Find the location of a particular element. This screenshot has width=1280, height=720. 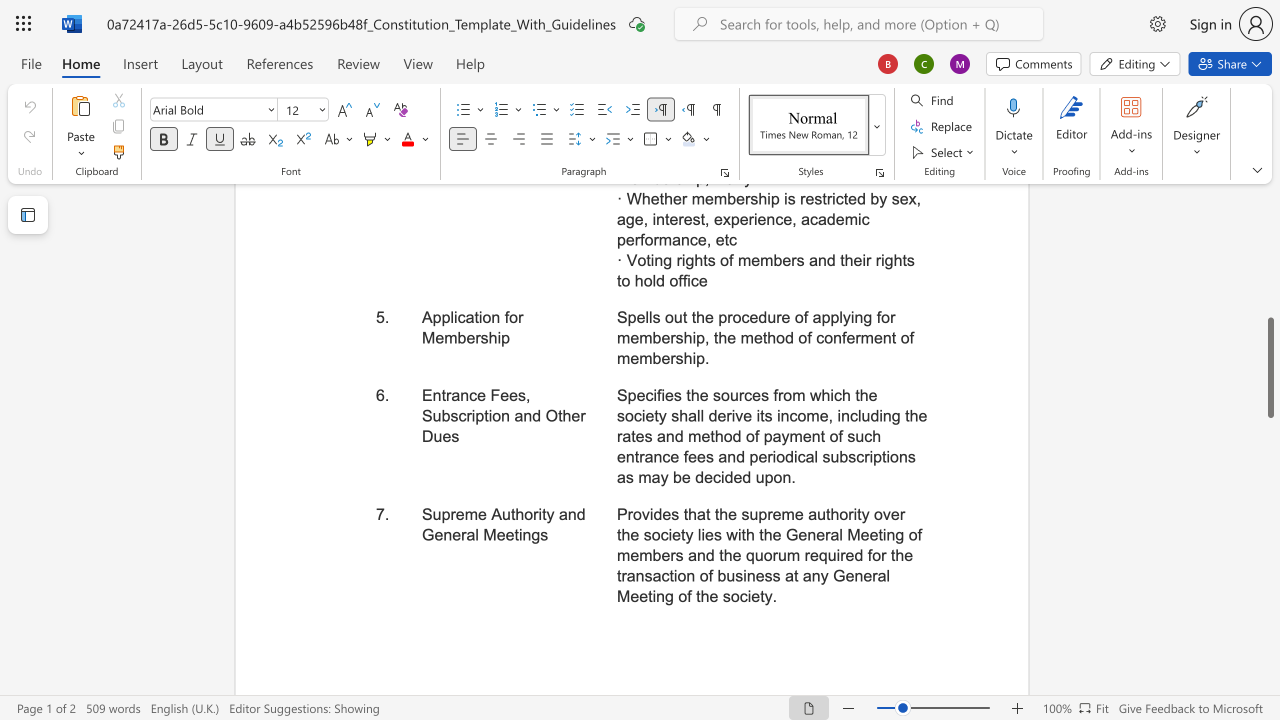

the scrollbar to scroll upward is located at coordinates (1269, 220).